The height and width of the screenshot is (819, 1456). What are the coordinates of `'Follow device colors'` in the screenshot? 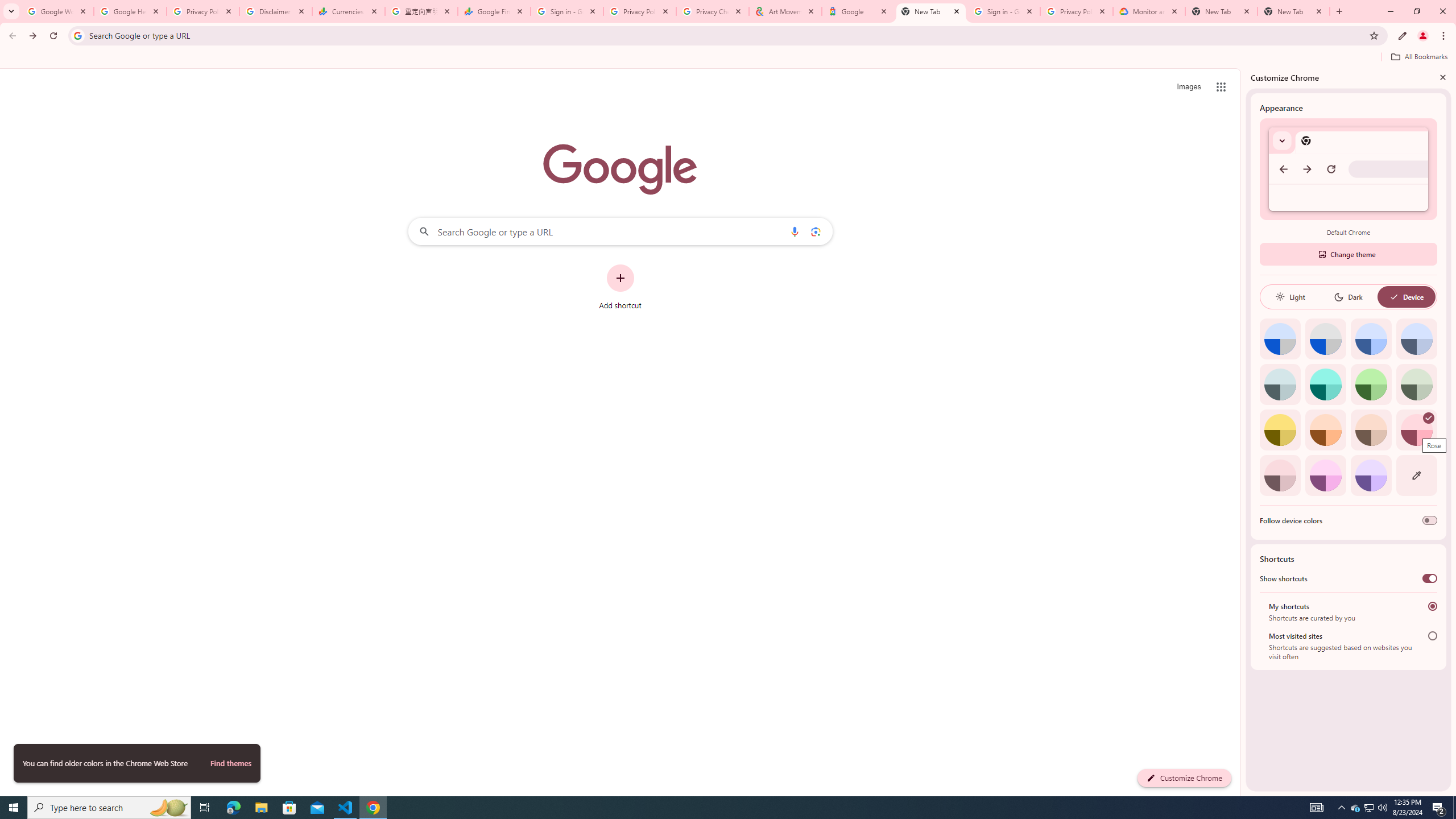 It's located at (1429, 520).